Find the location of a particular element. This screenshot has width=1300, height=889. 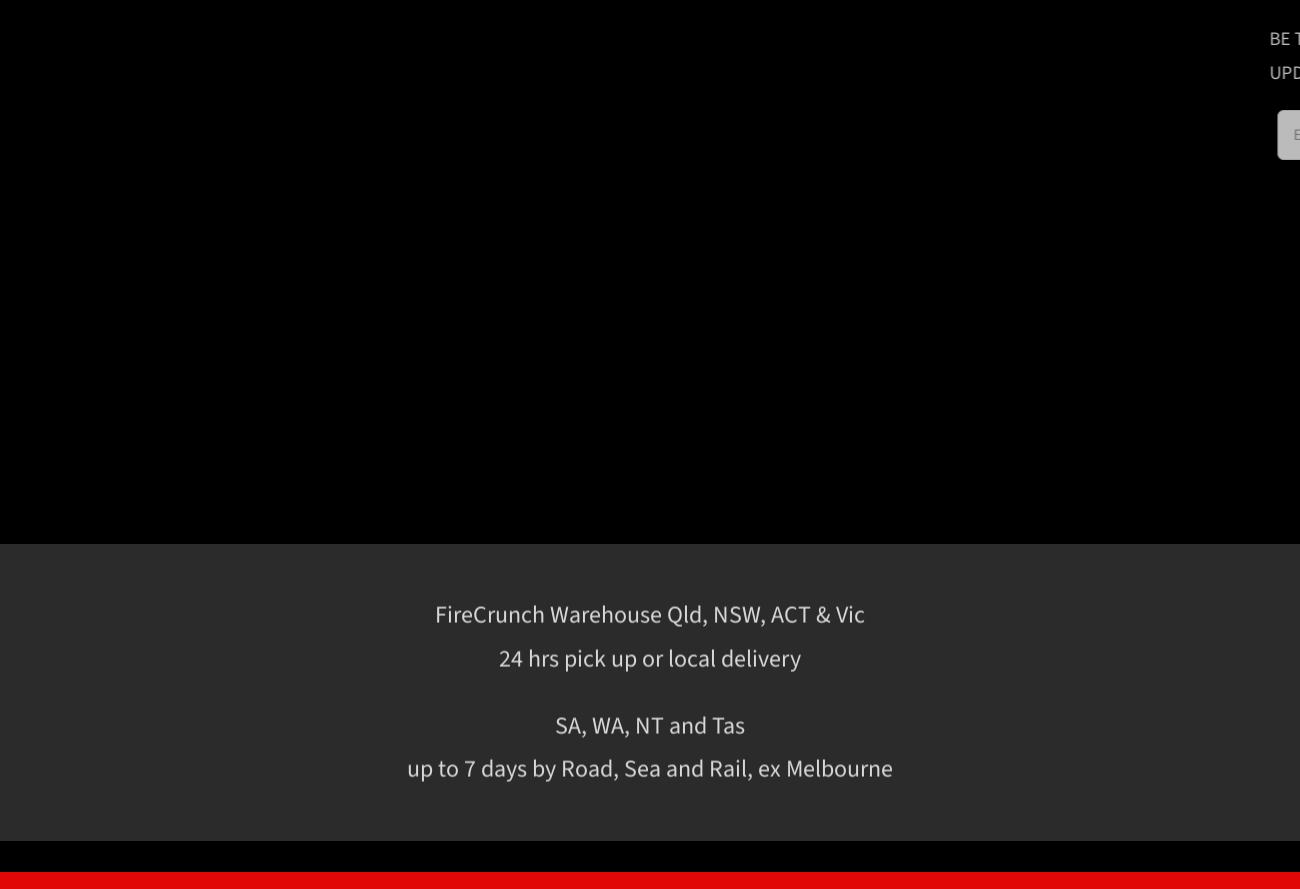

'Quantity Surveyors / Estimators' is located at coordinates (1079, 720).